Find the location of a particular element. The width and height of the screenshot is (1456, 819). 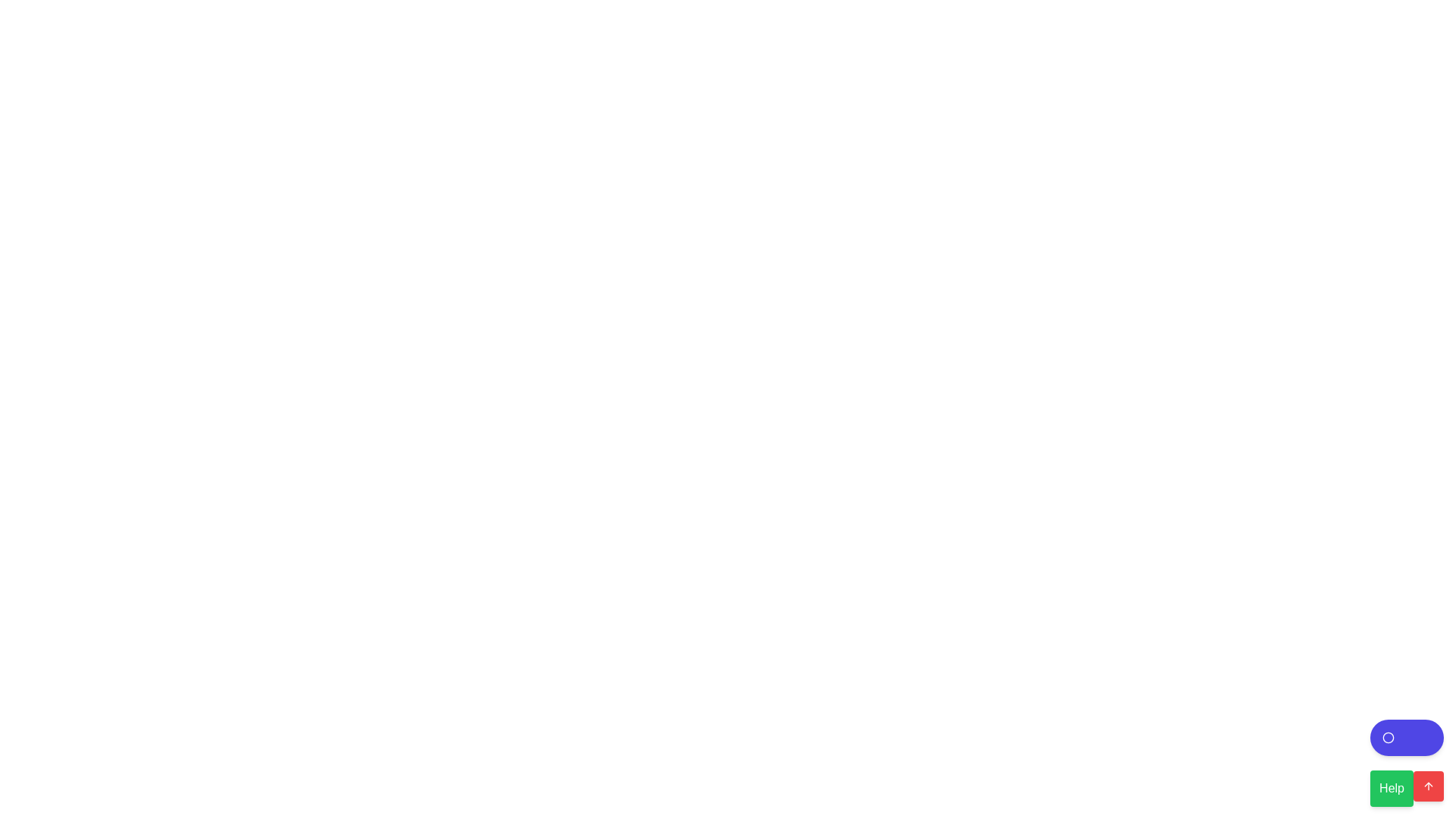

the 'Help' button located at the bottom-right corner of the interface is located at coordinates (1406, 763).